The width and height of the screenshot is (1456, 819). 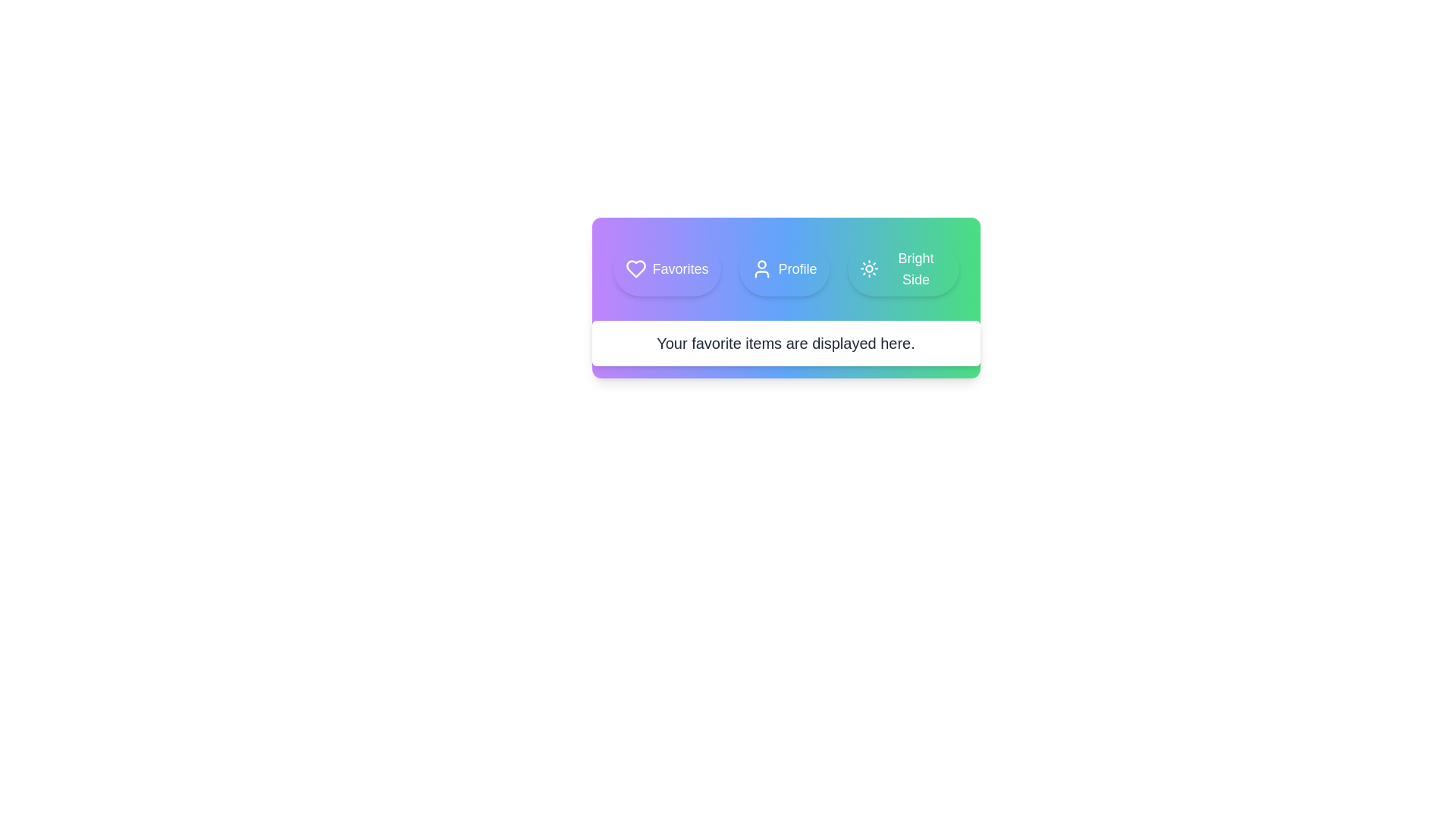 What do you see at coordinates (902, 268) in the screenshot?
I see `the Bright Side tab to view its content` at bounding box center [902, 268].